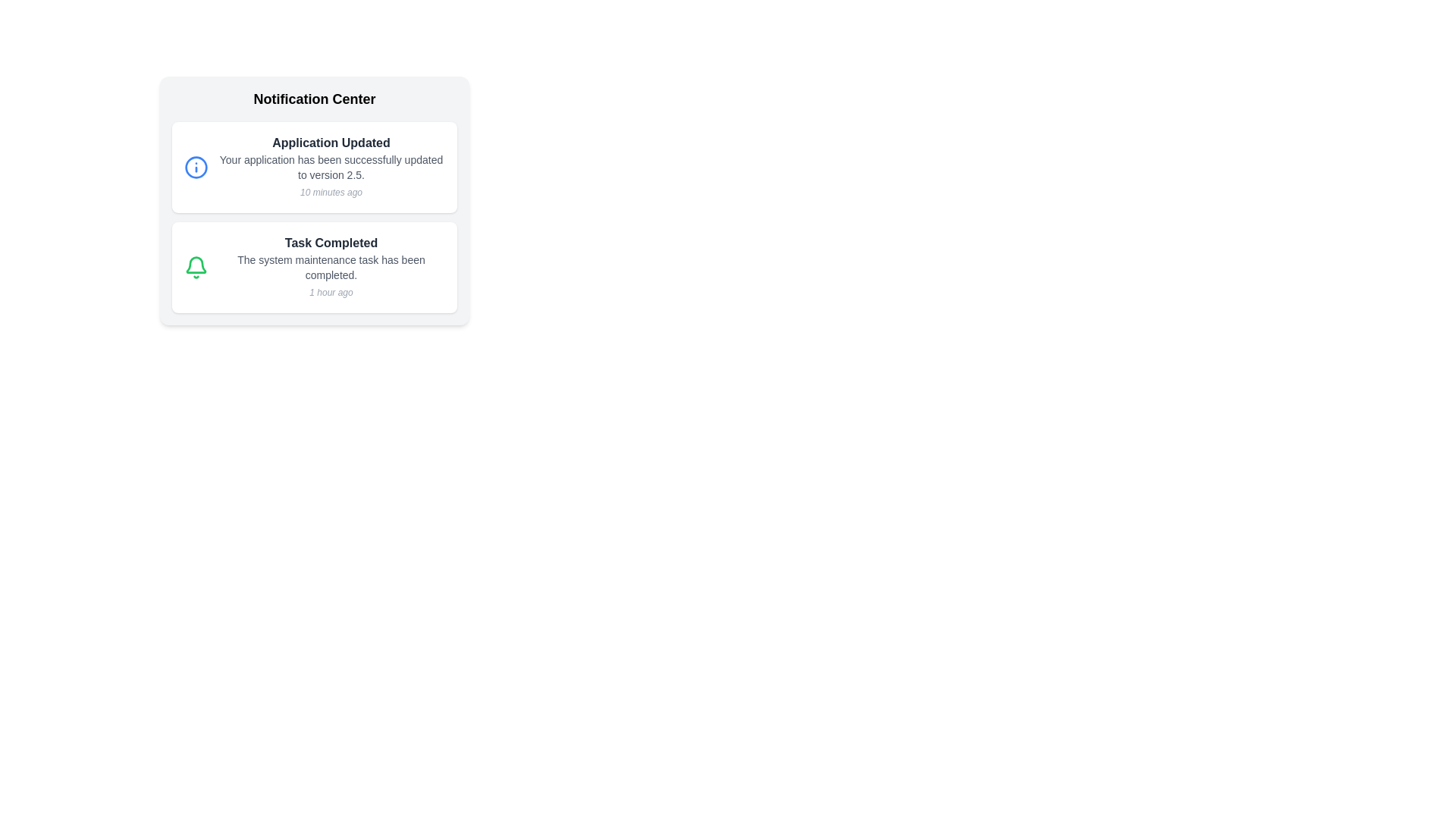  Describe the element at coordinates (313, 267) in the screenshot. I see `information presented in the informational notification section located in the second notification card of the 'Notification Center' panel, below the 'Application Updated' notification` at that location.